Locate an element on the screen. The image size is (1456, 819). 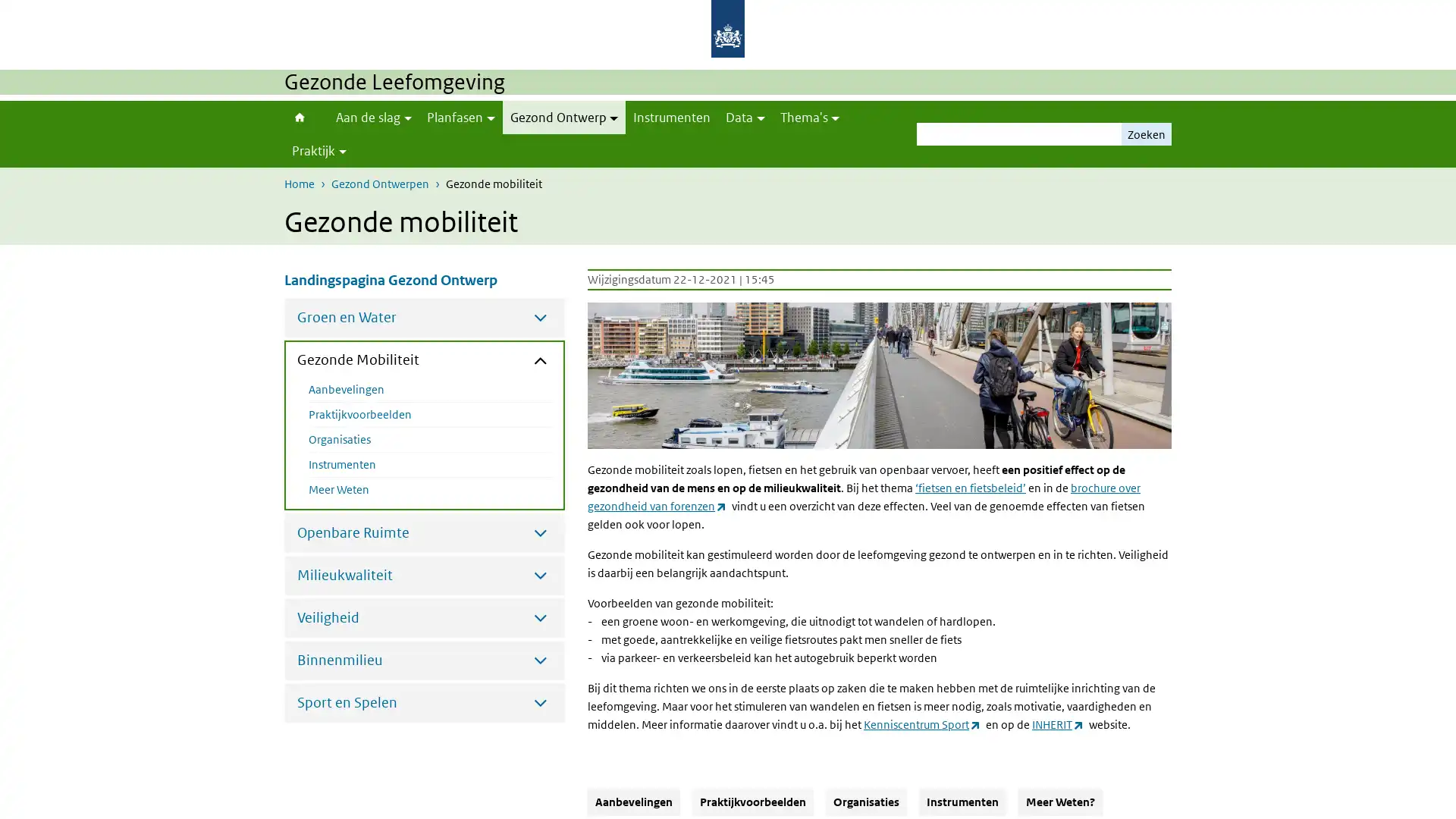
Submenu openen is located at coordinates (541, 617).